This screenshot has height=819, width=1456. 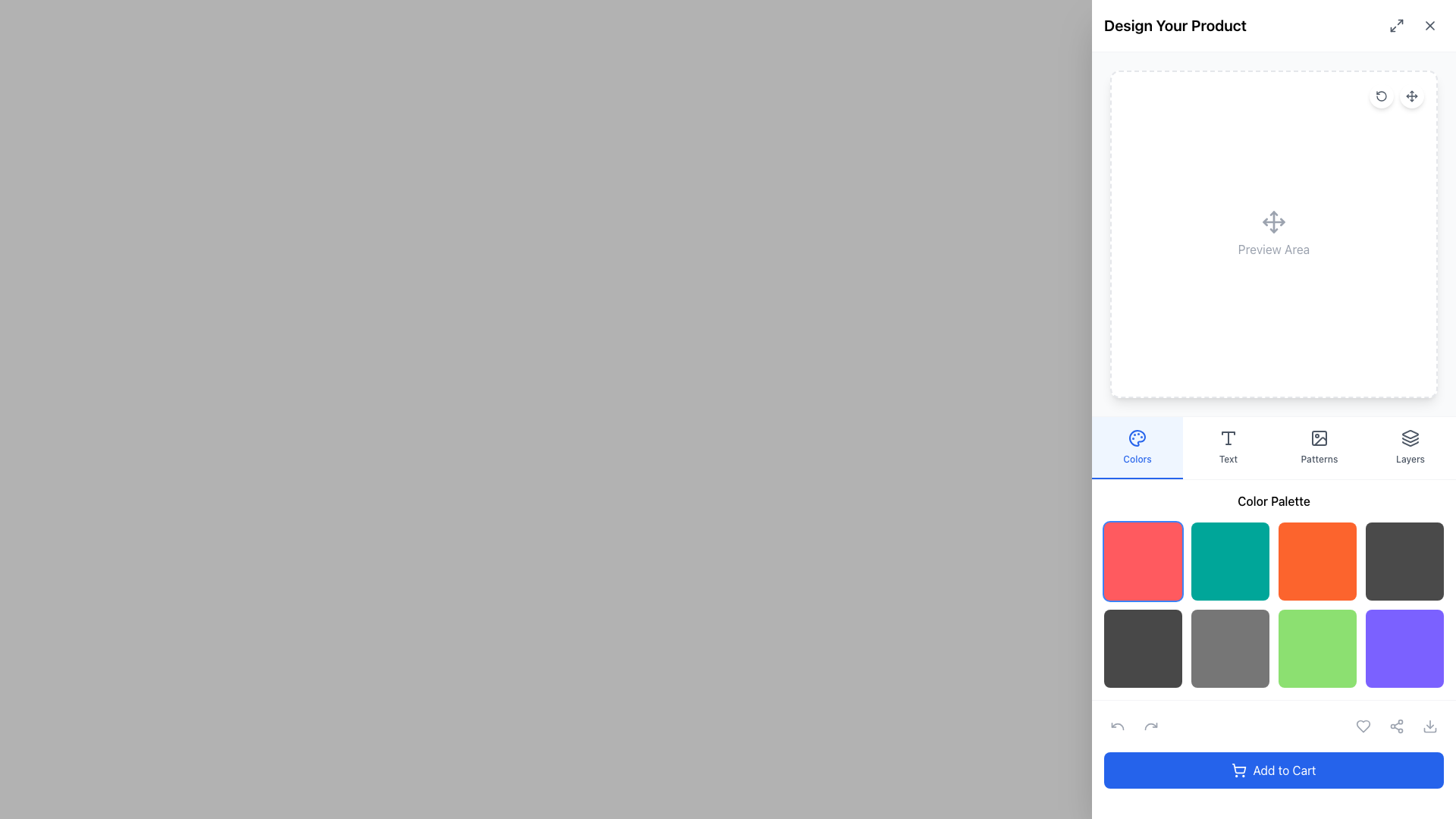 What do you see at coordinates (1429, 26) in the screenshot?
I see `the close icon located at the top-right corner of the 'Design Your Product' interface` at bounding box center [1429, 26].